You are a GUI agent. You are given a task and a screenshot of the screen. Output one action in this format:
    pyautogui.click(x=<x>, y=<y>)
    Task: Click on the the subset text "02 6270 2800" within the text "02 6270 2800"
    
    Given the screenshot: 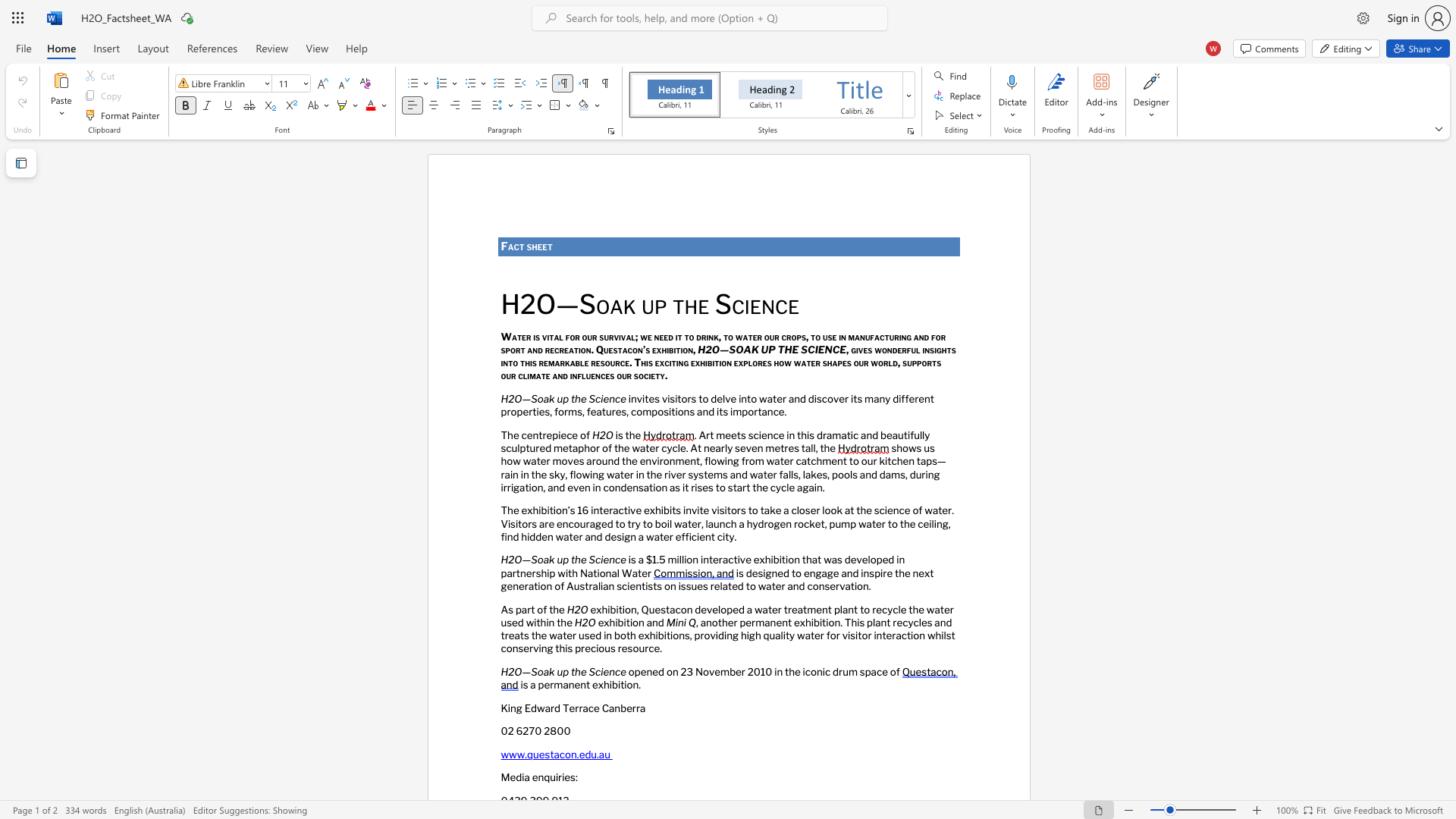 What is the action you would take?
    pyautogui.click(x=500, y=730)
    